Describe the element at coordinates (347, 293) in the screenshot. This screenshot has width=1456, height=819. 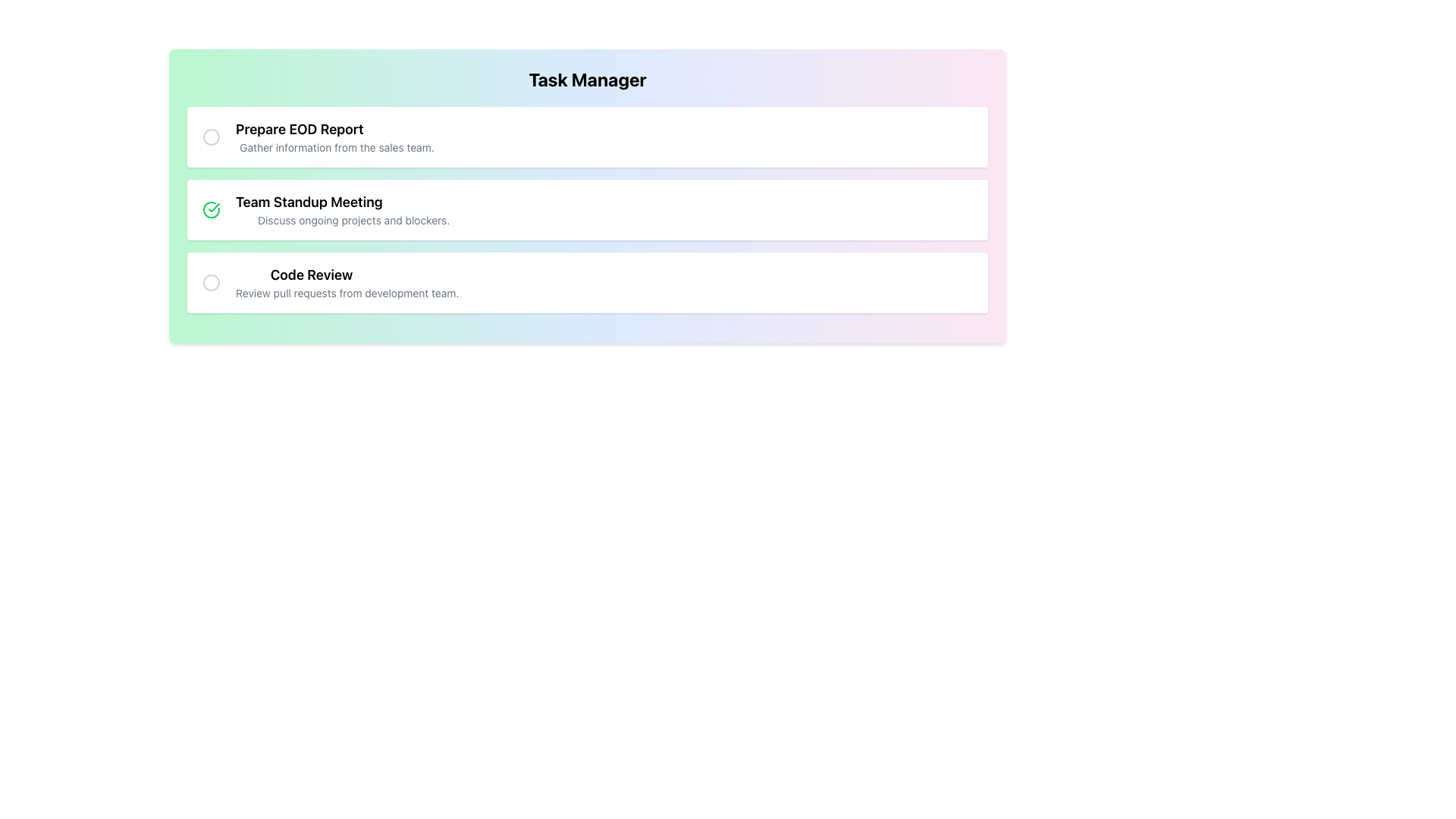
I see `the supplementary text content for the third task titled 'Code Review', which provides additional context or instructions` at that location.